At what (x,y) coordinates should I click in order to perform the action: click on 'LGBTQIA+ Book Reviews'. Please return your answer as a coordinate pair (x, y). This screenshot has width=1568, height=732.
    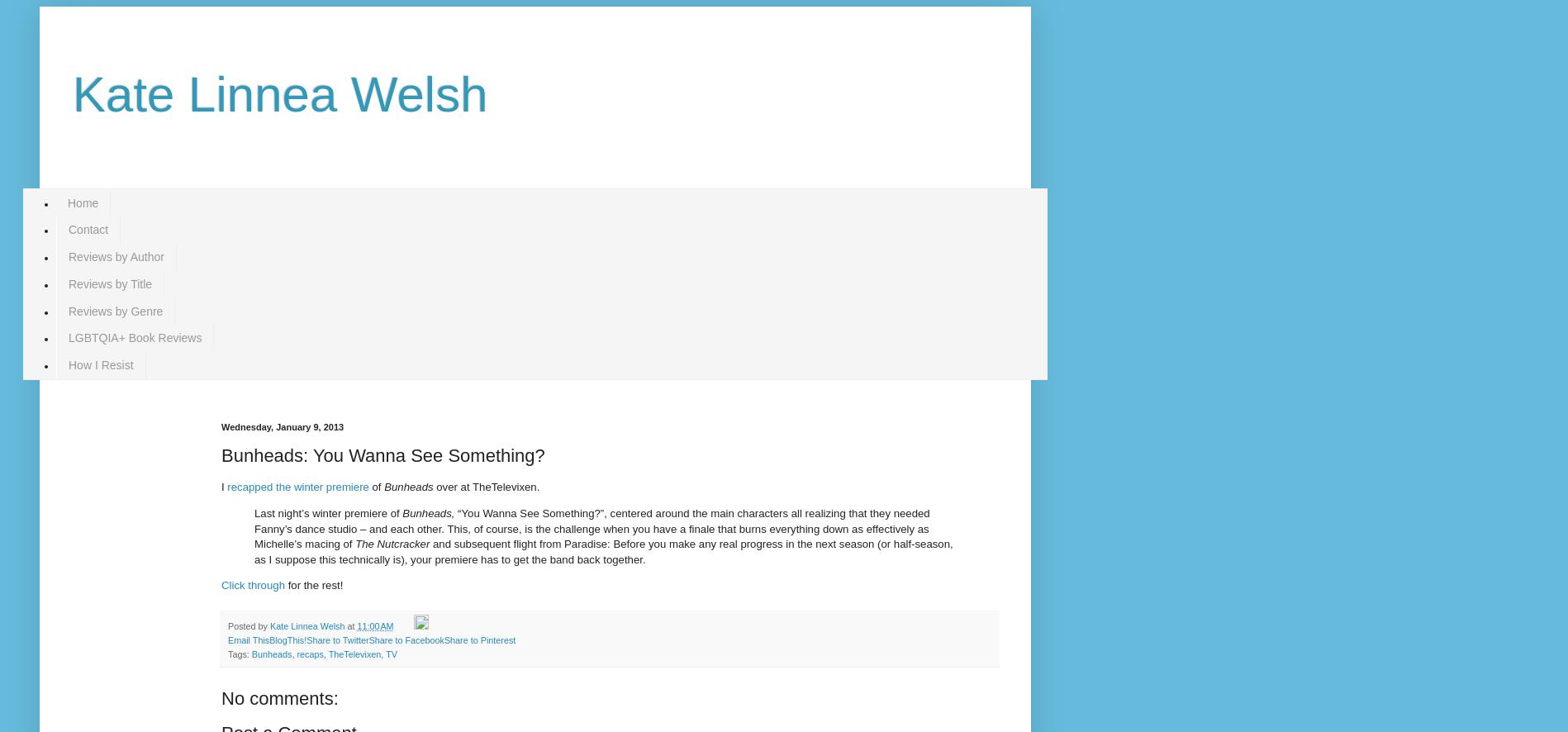
    Looking at the image, I should click on (134, 336).